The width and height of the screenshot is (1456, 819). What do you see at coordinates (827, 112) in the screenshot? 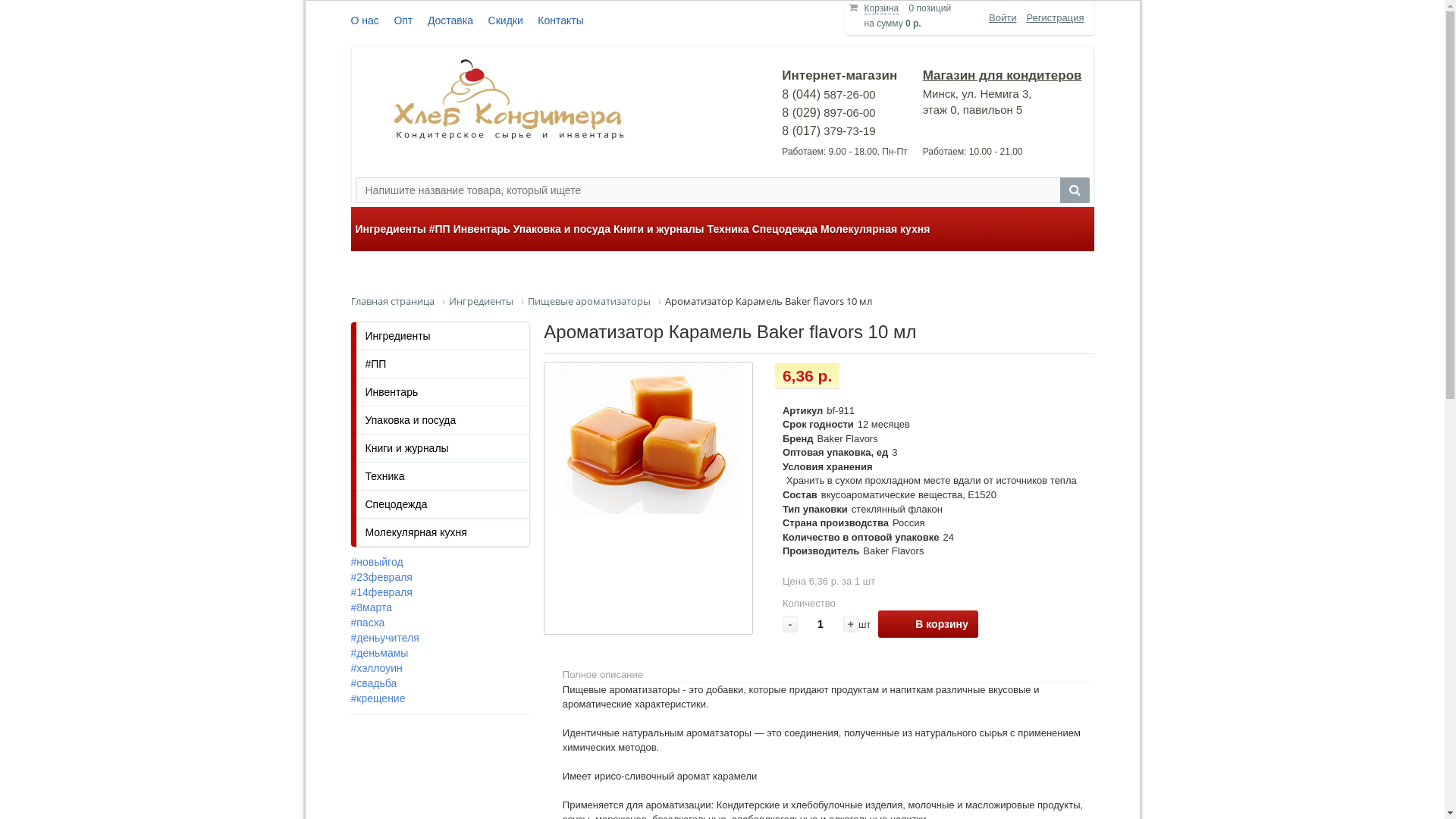
I see `'8 (044) 587-26-00` at bounding box center [827, 112].